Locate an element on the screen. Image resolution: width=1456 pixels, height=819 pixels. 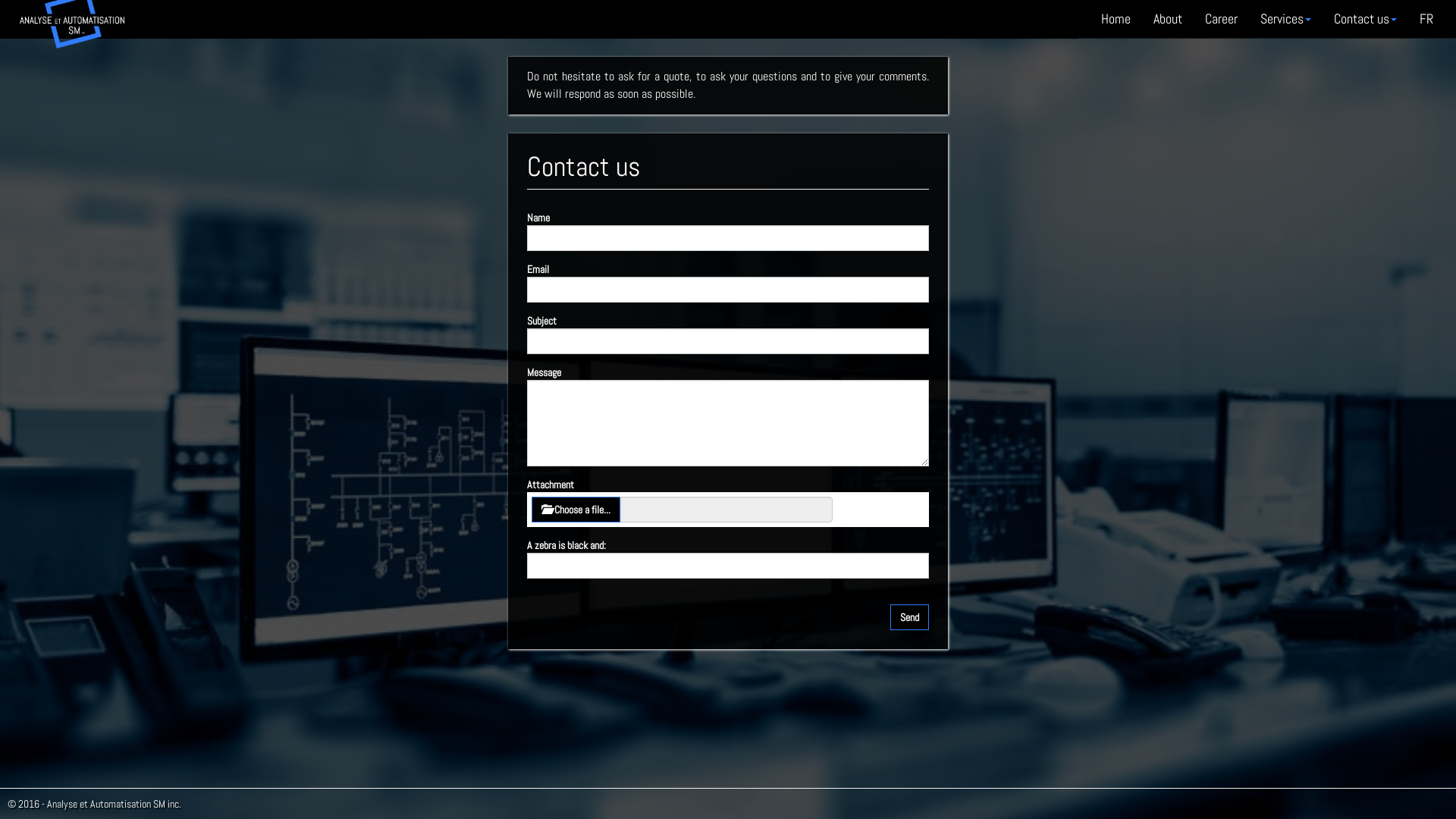
'Home' is located at coordinates (1116, 18).